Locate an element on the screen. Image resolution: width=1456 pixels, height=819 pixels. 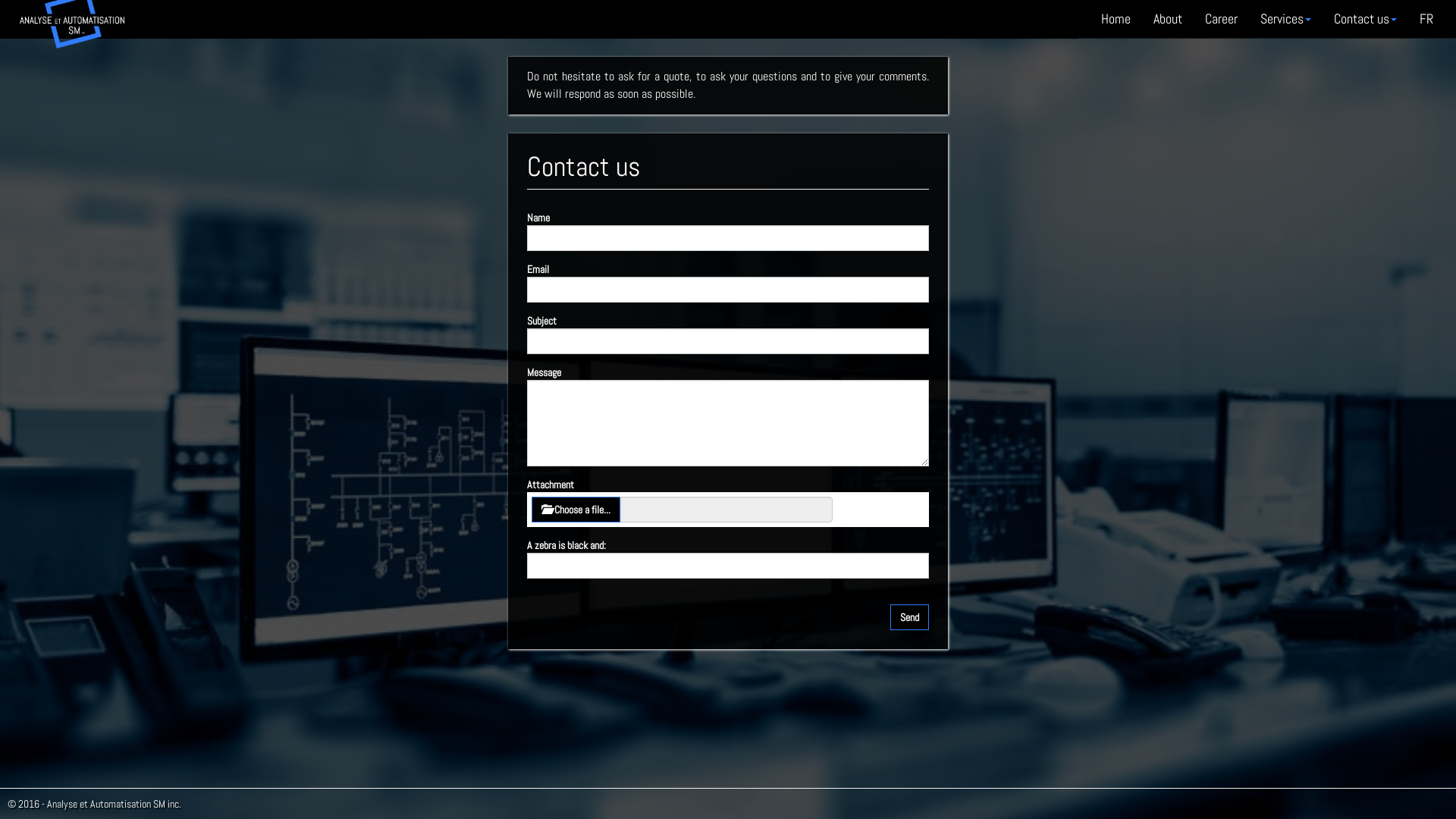
'Home' is located at coordinates (1116, 18).